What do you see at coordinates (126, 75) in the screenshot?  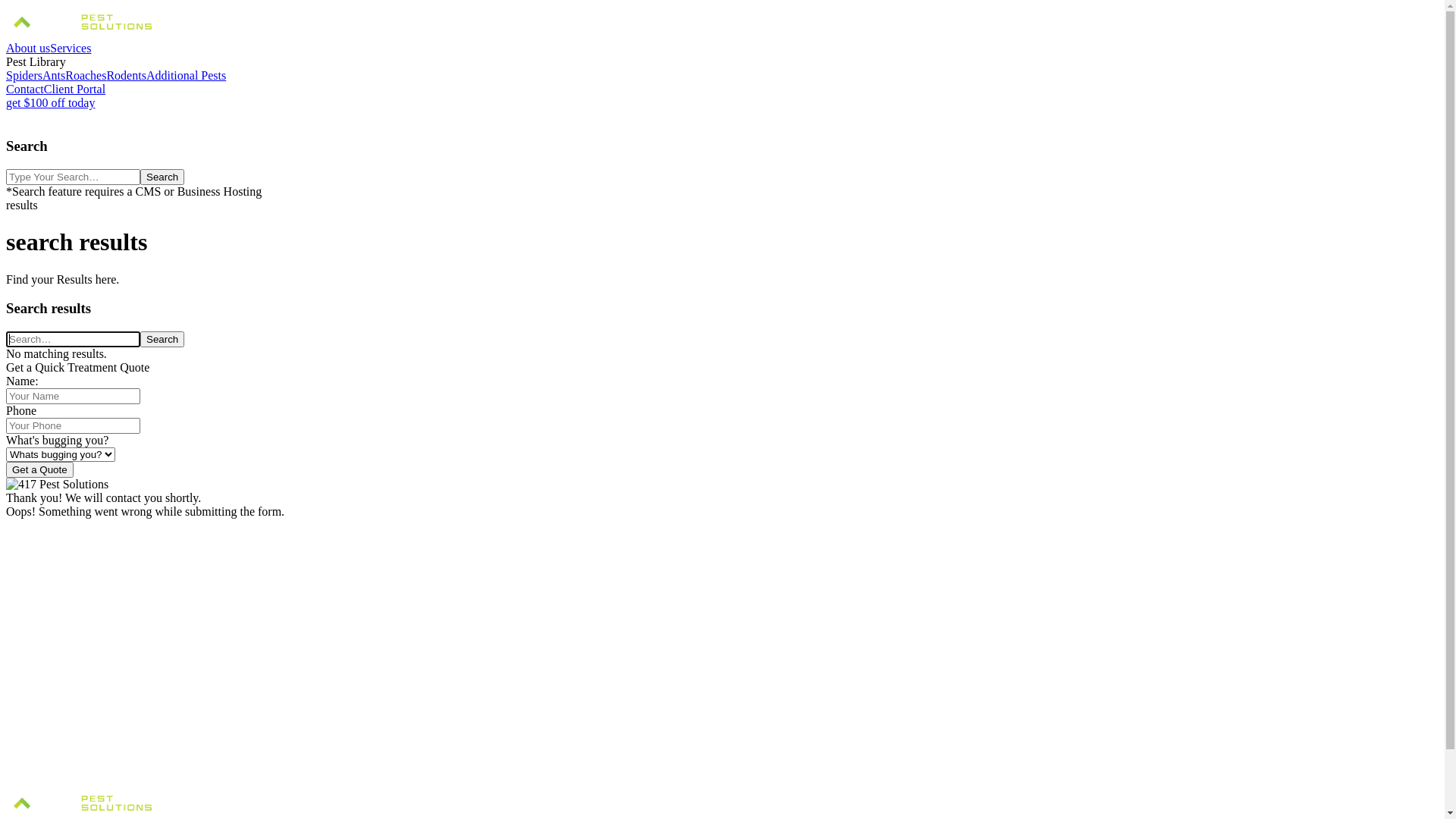 I see `'Rodents'` at bounding box center [126, 75].